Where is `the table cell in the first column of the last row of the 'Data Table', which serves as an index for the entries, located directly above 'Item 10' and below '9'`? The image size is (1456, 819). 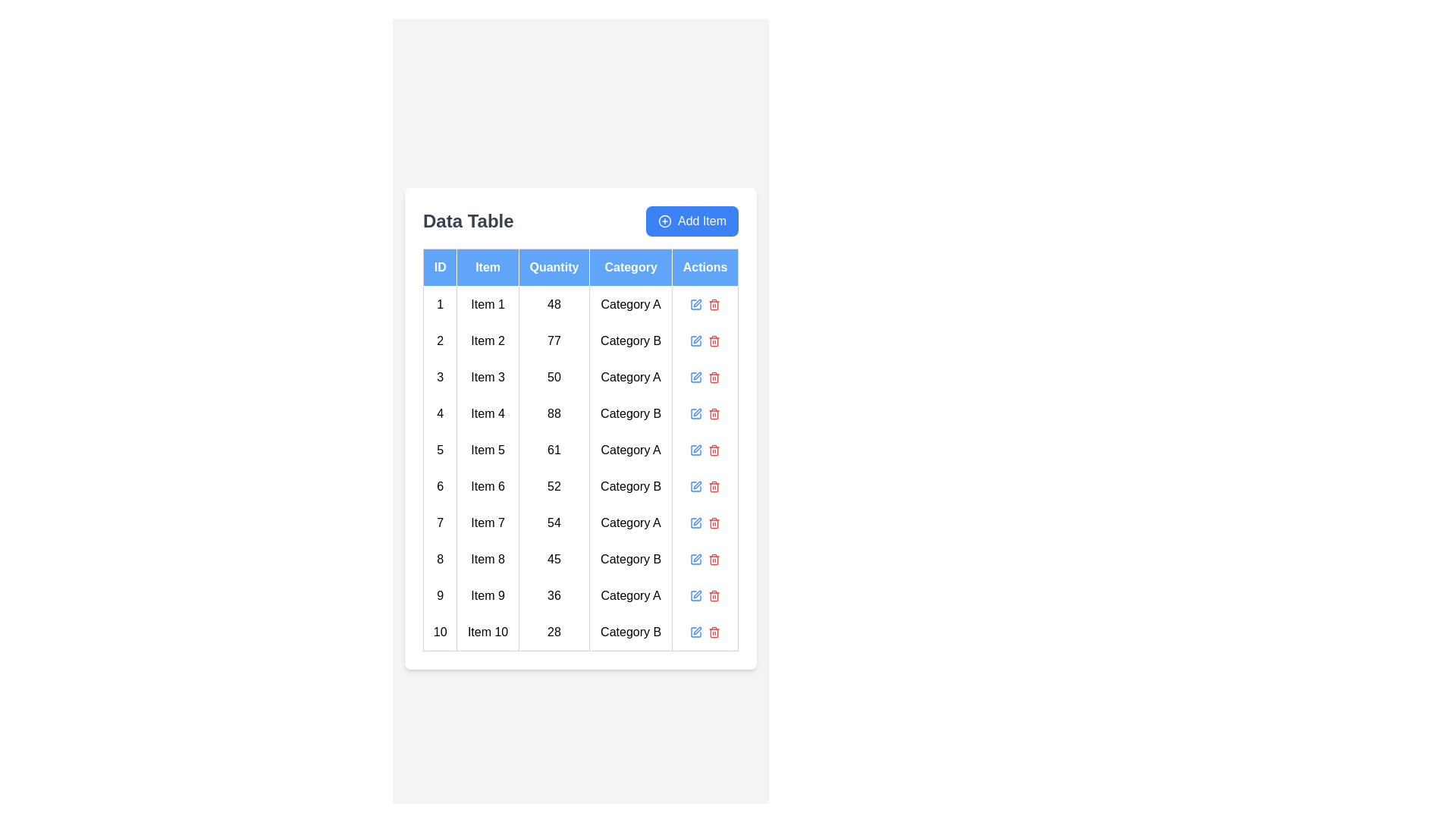 the table cell in the first column of the last row of the 'Data Table', which serves as an index for the entries, located directly above 'Item 10' and below '9' is located at coordinates (439, 632).